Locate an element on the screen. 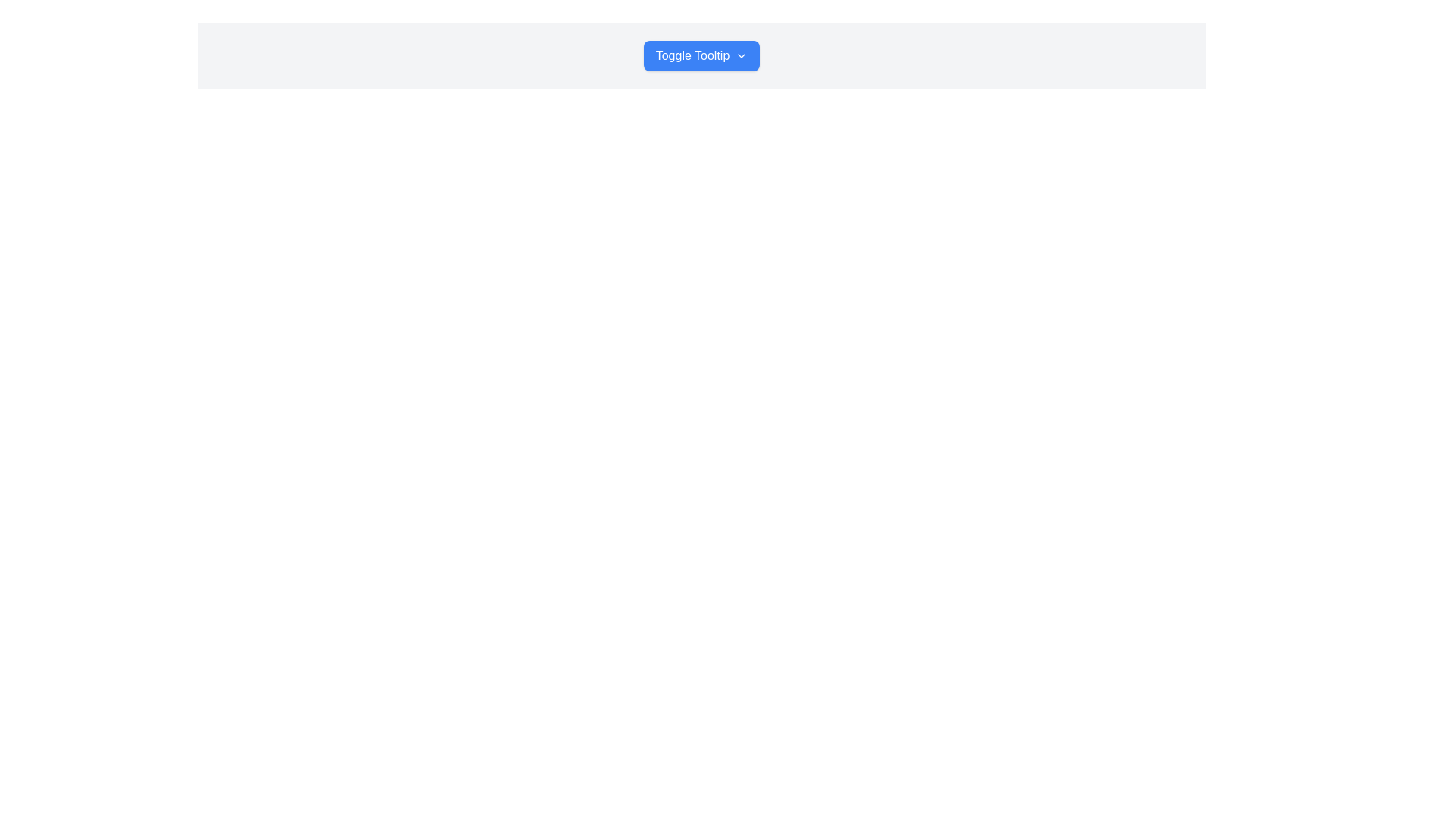 The width and height of the screenshot is (1456, 819). the 'Toggle Tooltip' button with a blue background and white text is located at coordinates (701, 55).